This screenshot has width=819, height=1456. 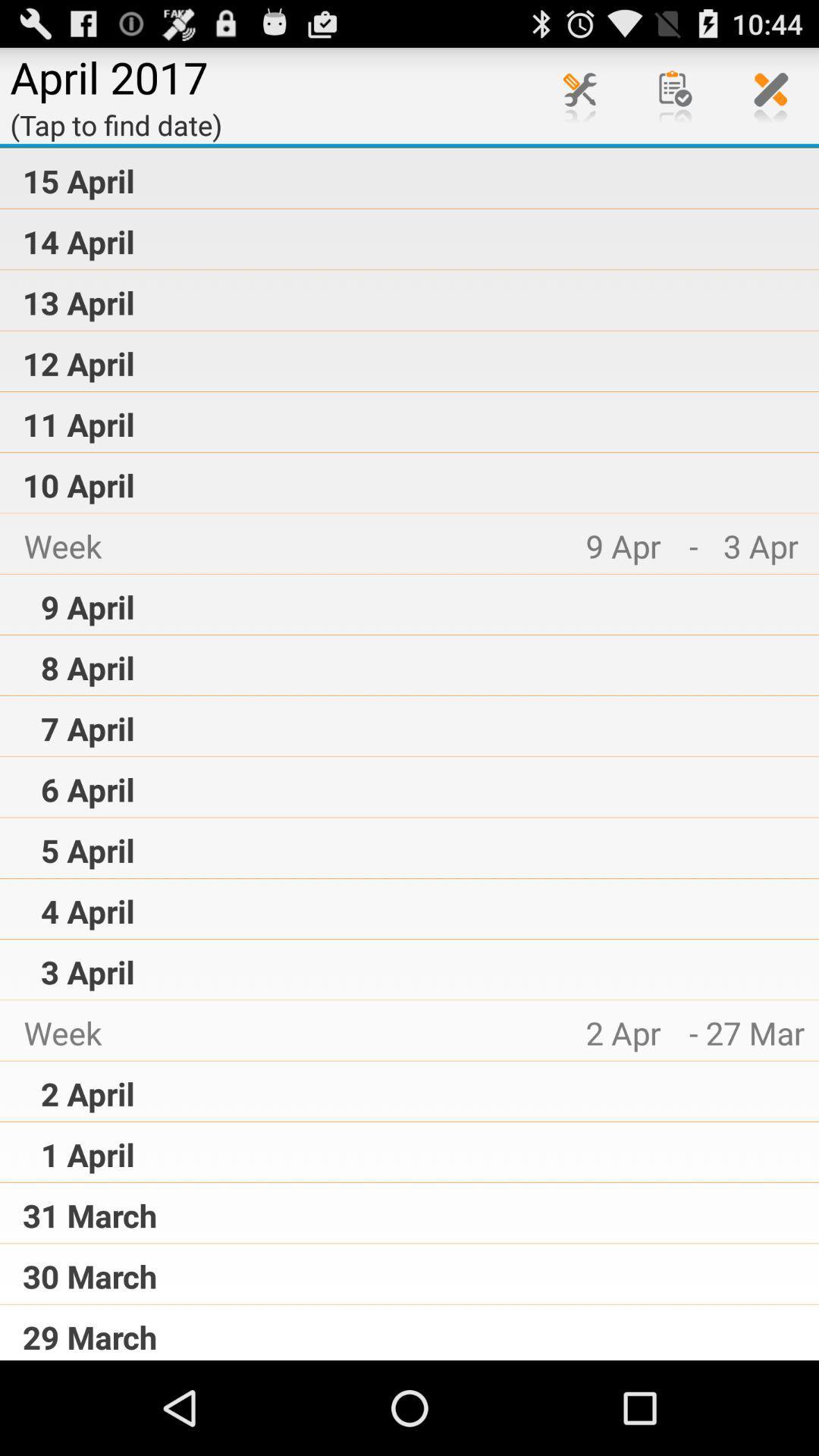 What do you see at coordinates (675, 94) in the screenshot?
I see `getting started` at bounding box center [675, 94].